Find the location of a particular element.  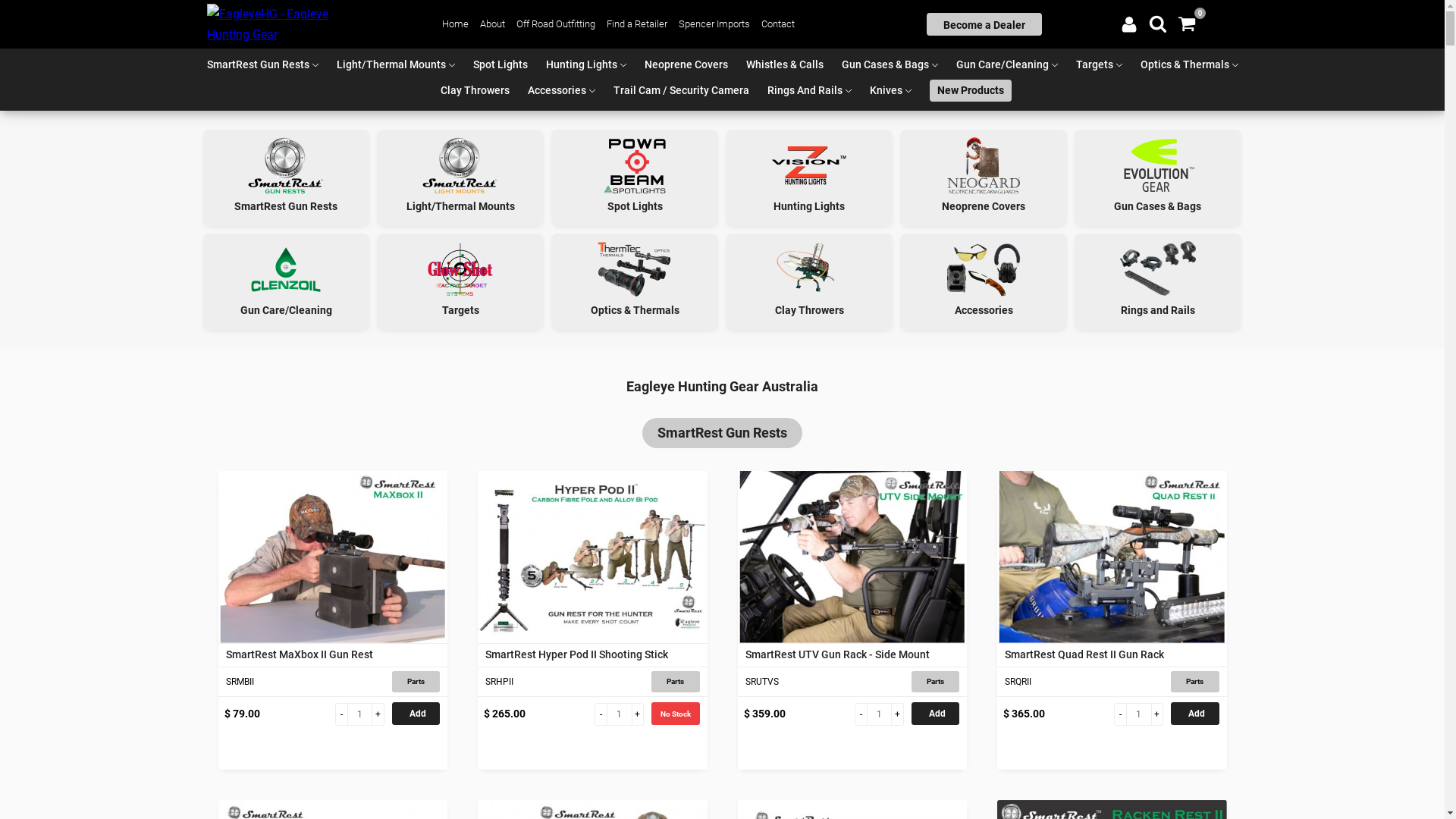

'Gun Care/Cleaning' is located at coordinates (1001, 64).